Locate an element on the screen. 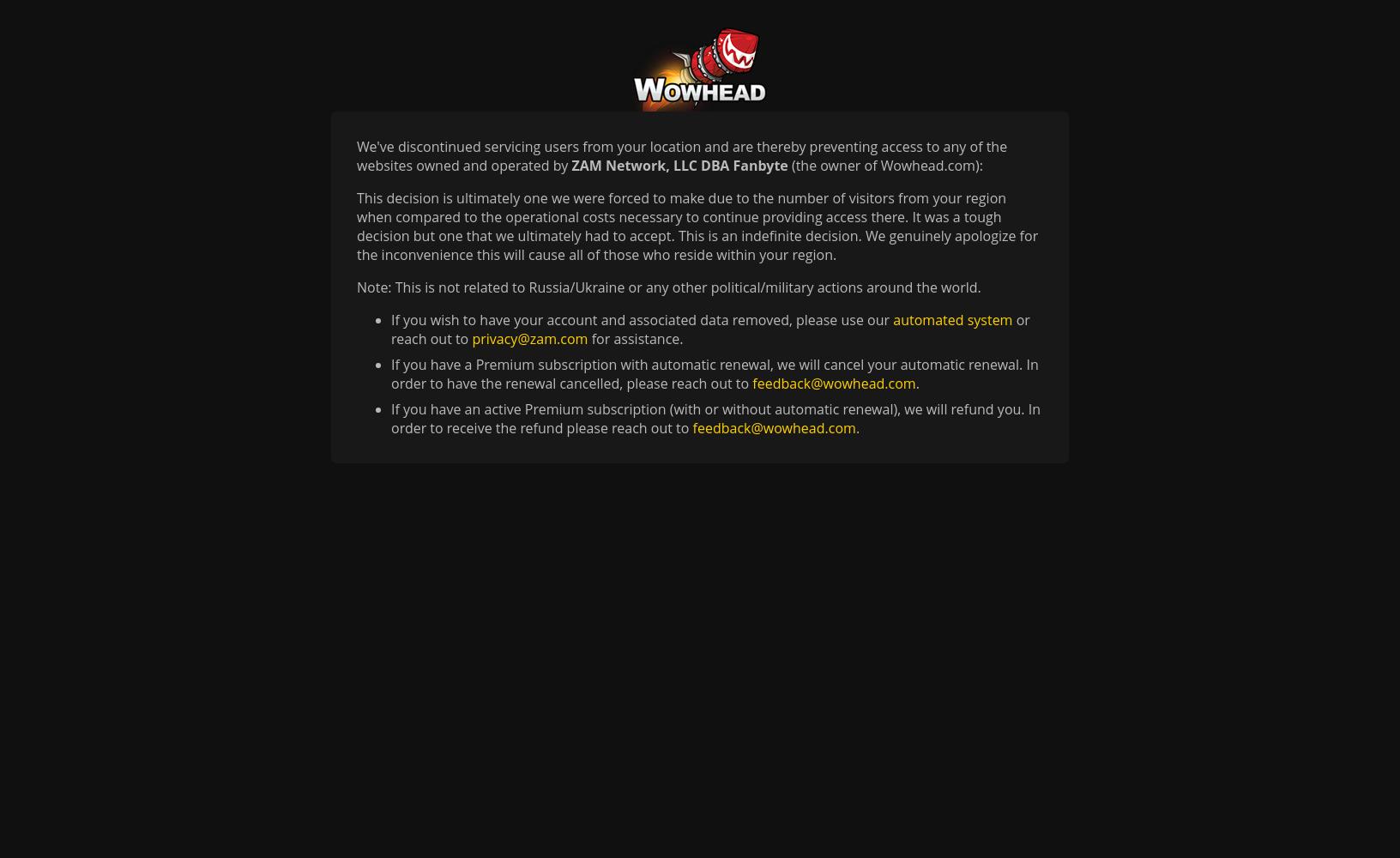 This screenshot has height=858, width=1400. 'automated system' is located at coordinates (951, 319).